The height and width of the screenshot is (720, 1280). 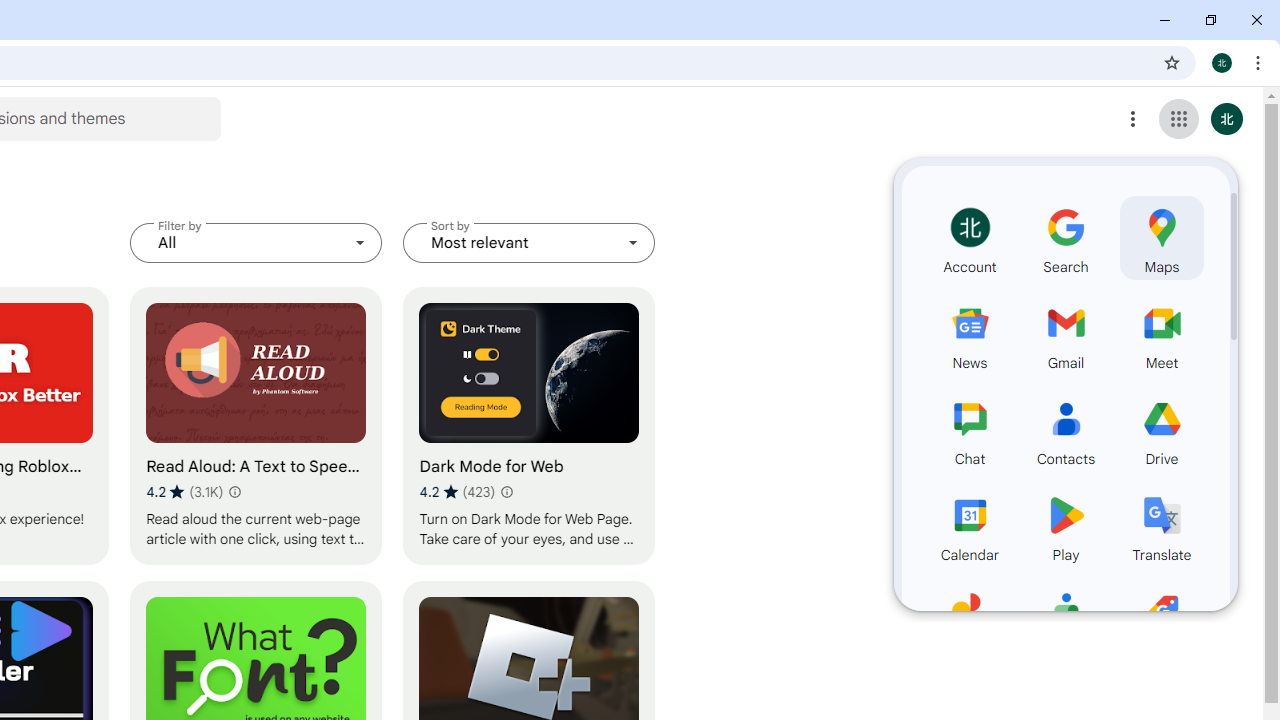 What do you see at coordinates (255, 242) in the screenshot?
I see `'Filter by All'` at bounding box center [255, 242].